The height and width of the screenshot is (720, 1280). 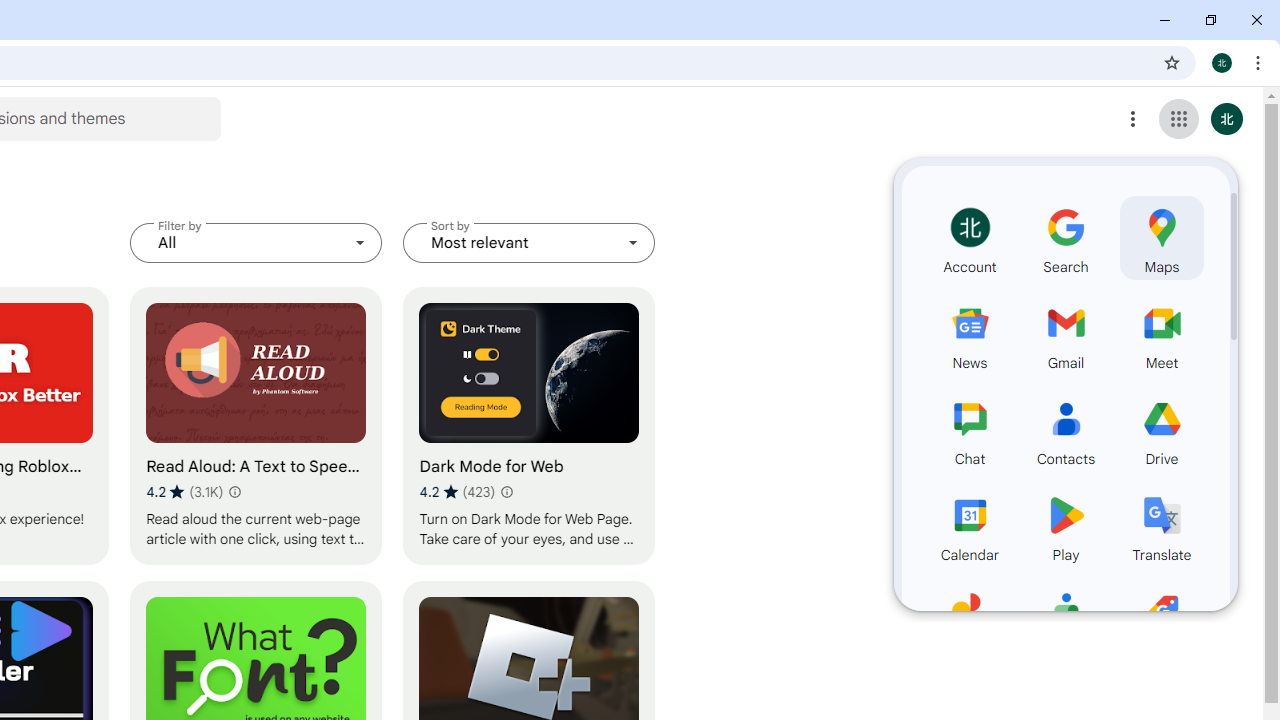 What do you see at coordinates (255, 242) in the screenshot?
I see `'Filter by All'` at bounding box center [255, 242].